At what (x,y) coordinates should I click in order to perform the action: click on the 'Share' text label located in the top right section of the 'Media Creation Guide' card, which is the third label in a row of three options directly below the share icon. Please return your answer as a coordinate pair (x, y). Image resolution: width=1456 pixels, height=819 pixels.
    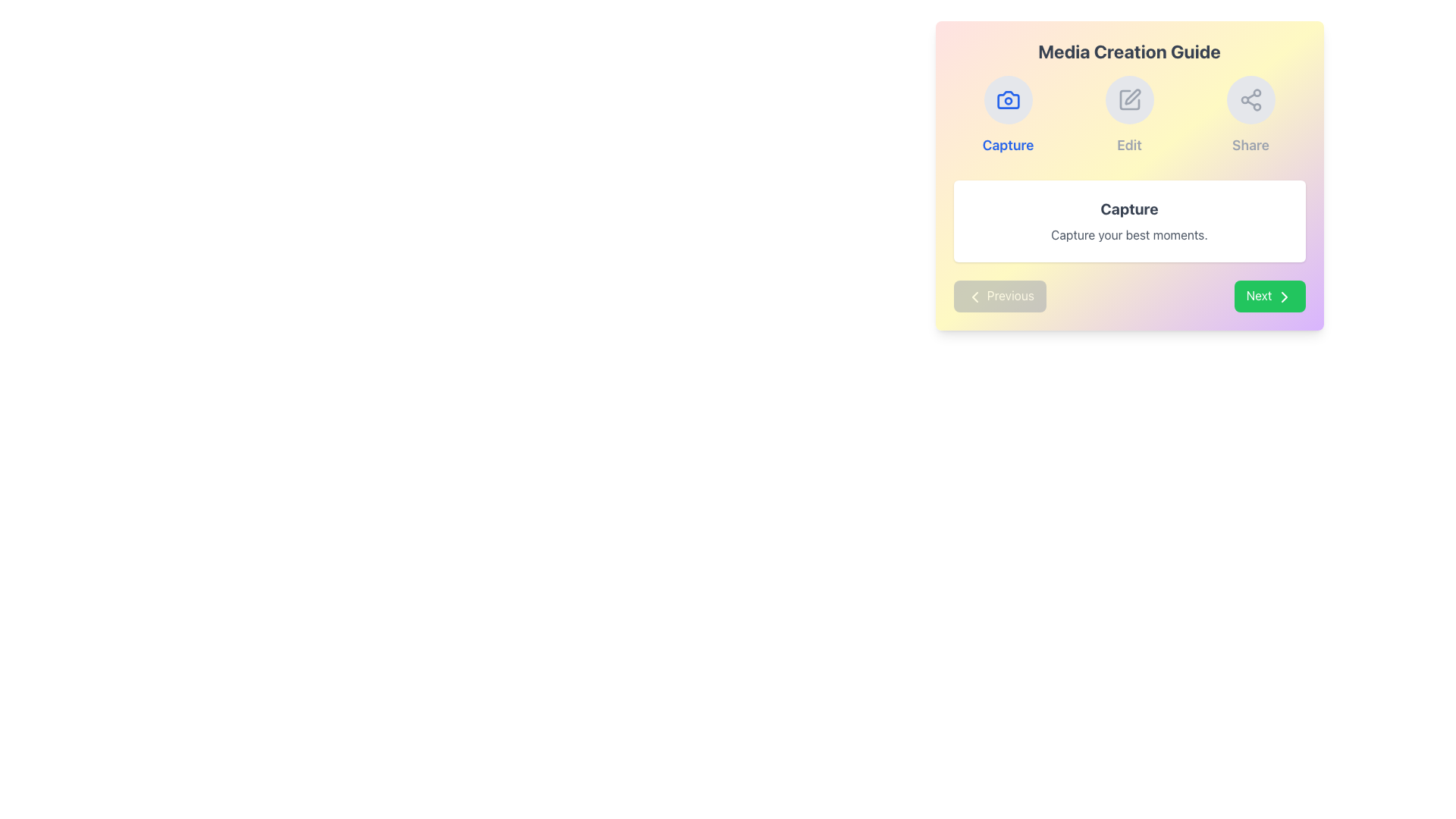
    Looking at the image, I should click on (1250, 146).